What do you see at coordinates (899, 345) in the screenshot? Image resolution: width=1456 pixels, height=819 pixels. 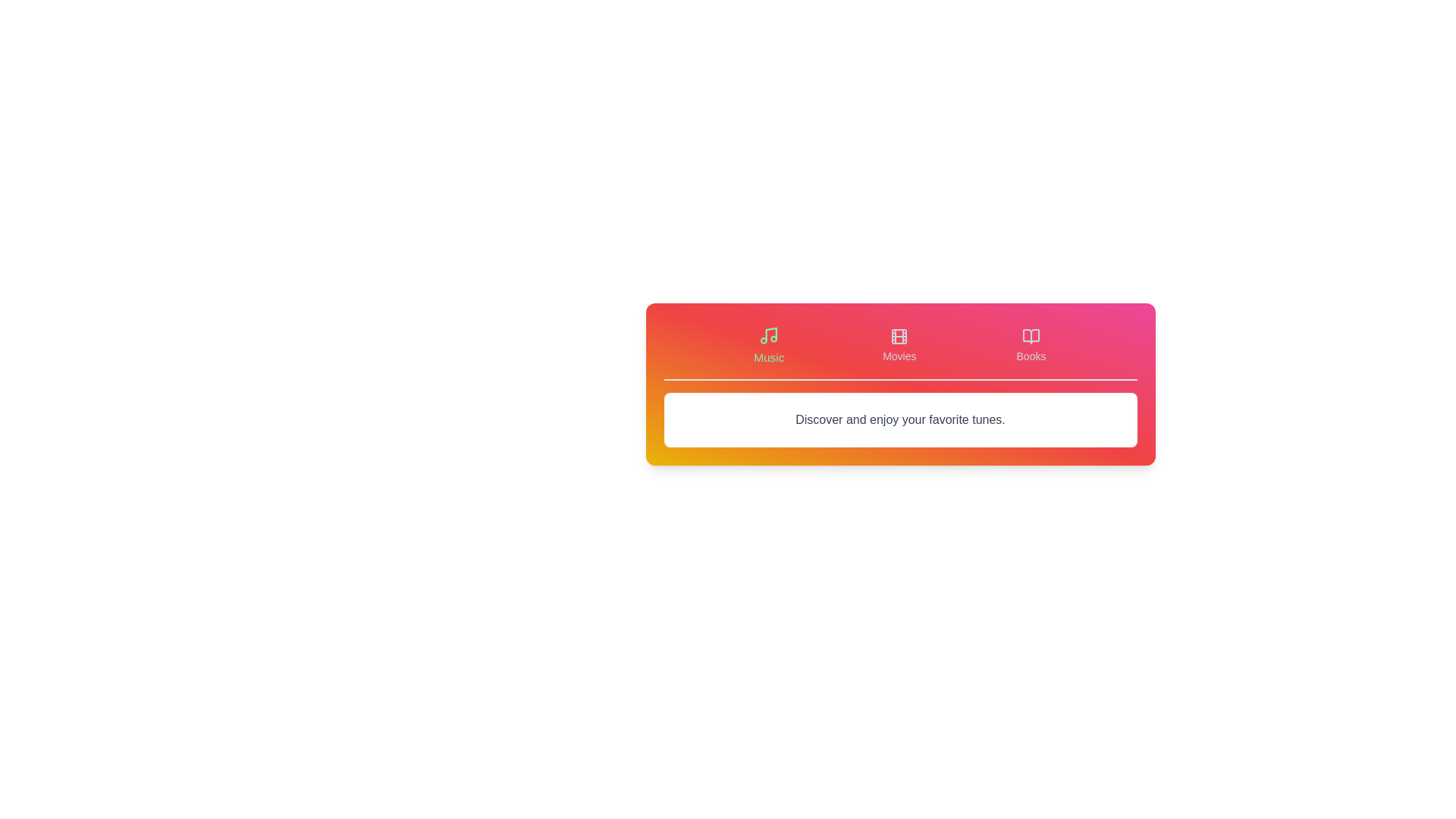 I see `the Movies tab to observe its hover effect` at bounding box center [899, 345].